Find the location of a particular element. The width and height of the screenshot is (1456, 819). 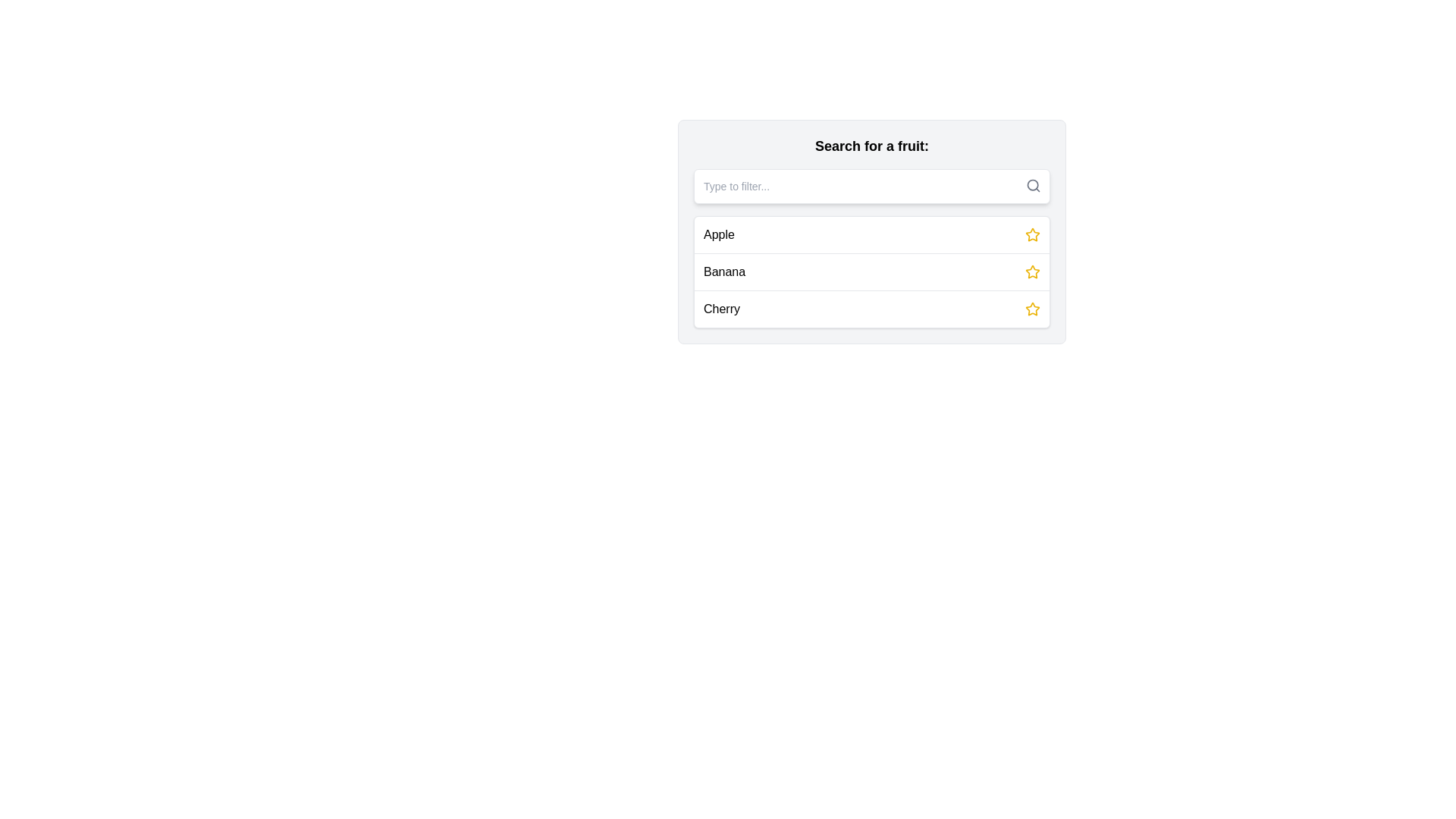

the second item ('Banana') in the list, which is displayed inside a rounded white box with a shadow, located below the search bar is located at coordinates (872, 271).